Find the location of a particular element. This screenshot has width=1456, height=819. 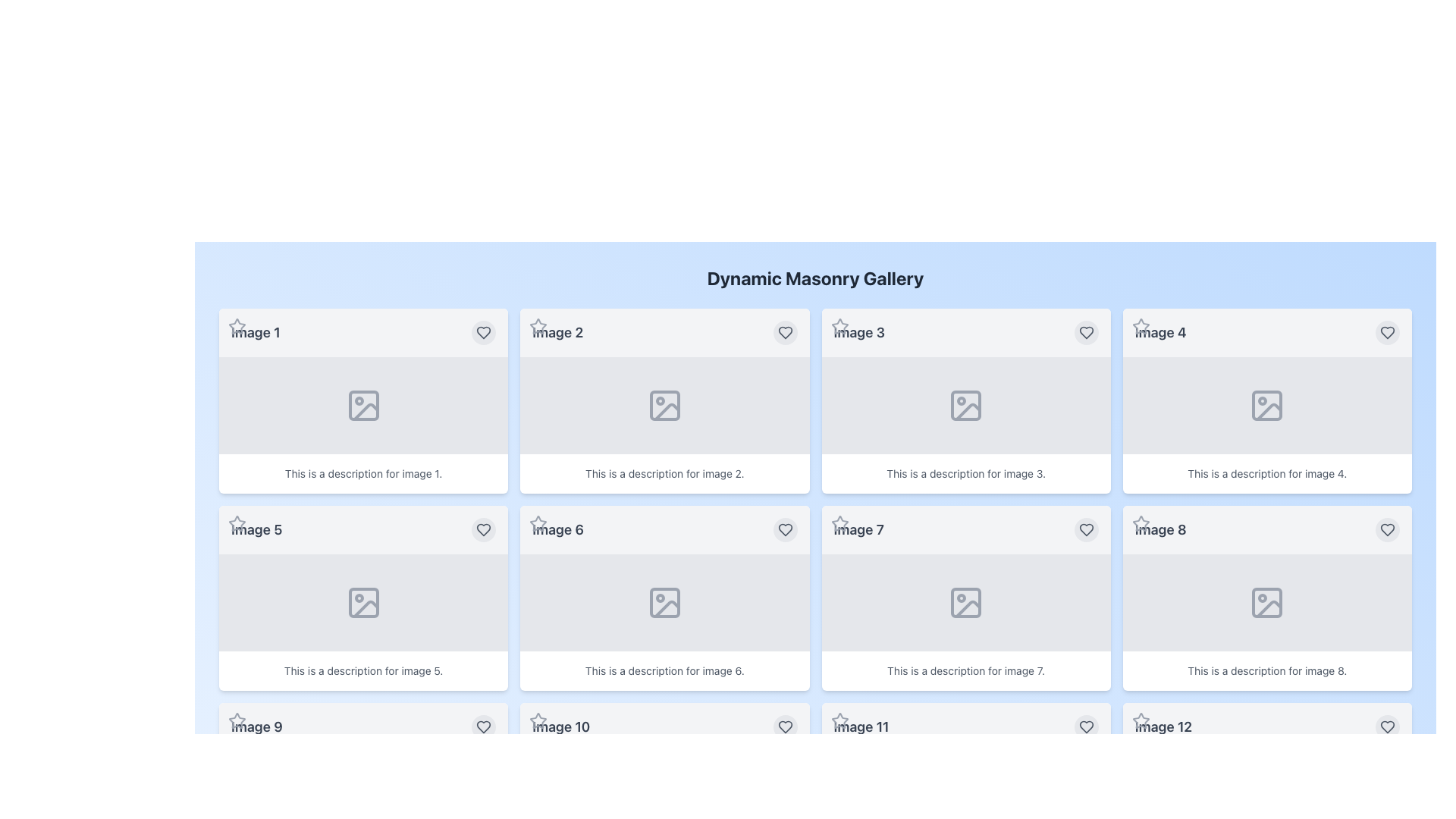

the heart icon located in the top-right corner of the card associated with 'Image 1' to mark it as a favorite is located at coordinates (483, 332).